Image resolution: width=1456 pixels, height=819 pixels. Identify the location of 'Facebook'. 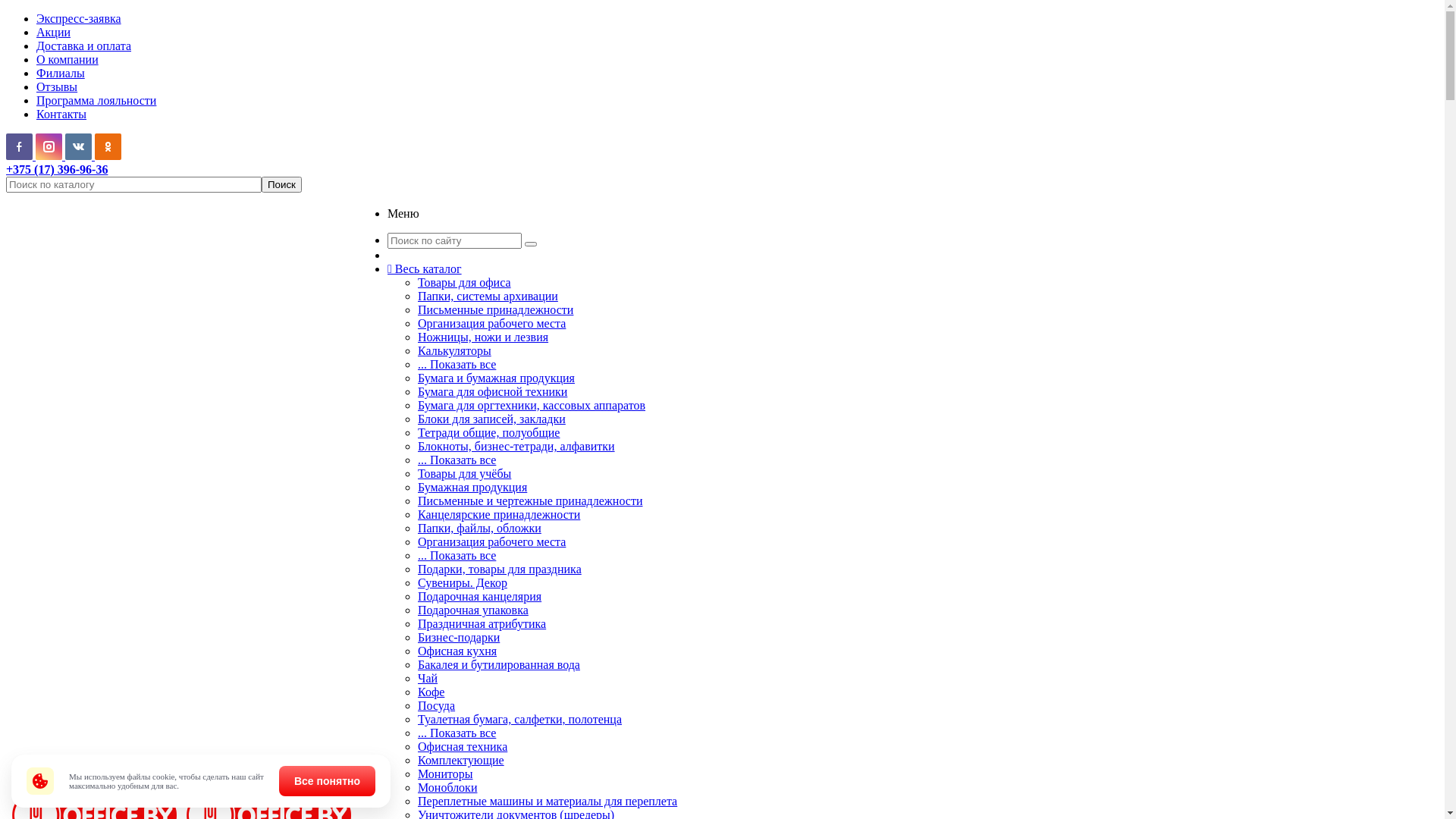
(19, 146).